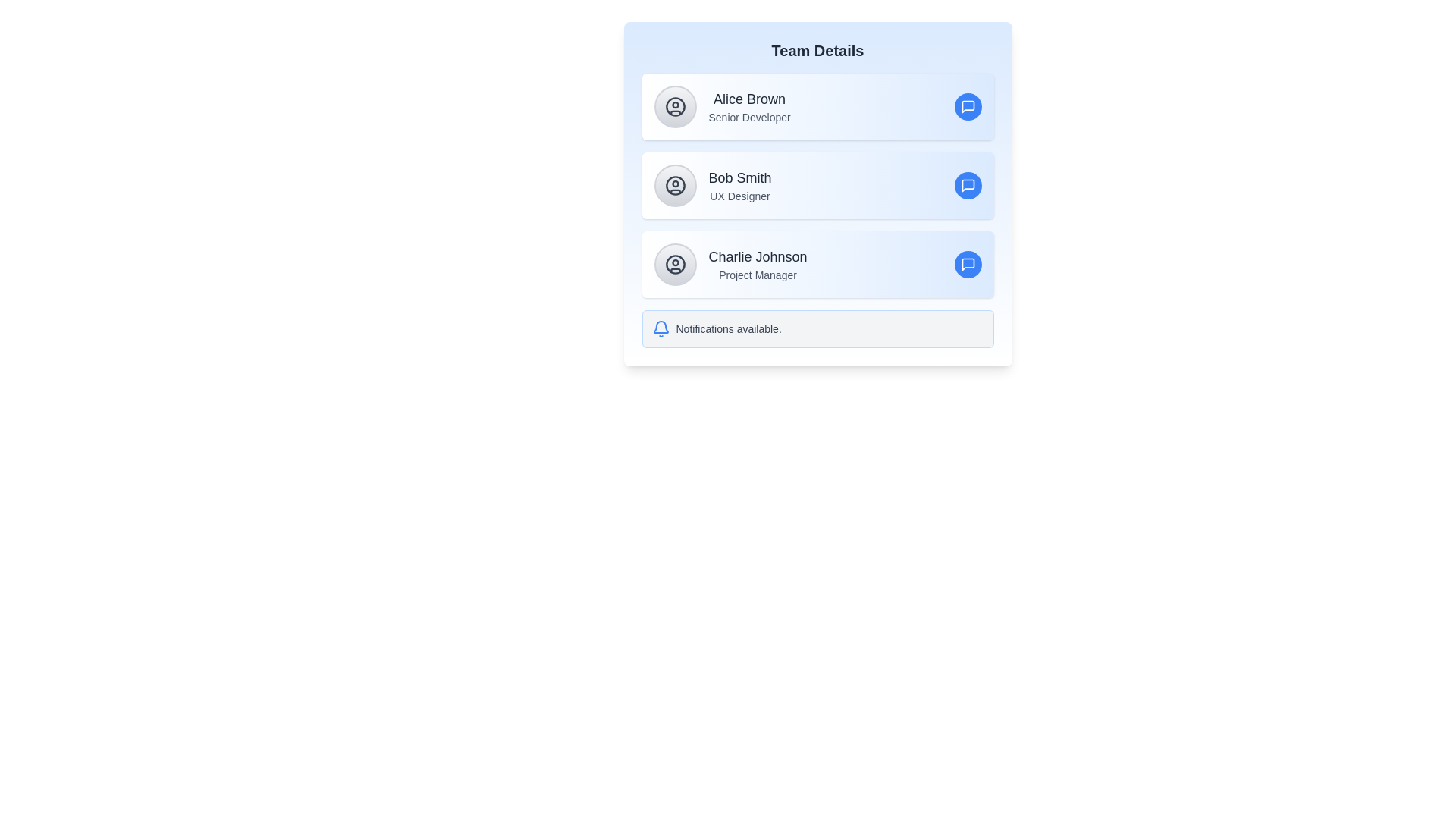 Image resolution: width=1456 pixels, height=819 pixels. I want to click on the third speech bubble icon button associated with 'Charlie Johnson', labeled as 'Project Manager', so click(967, 263).